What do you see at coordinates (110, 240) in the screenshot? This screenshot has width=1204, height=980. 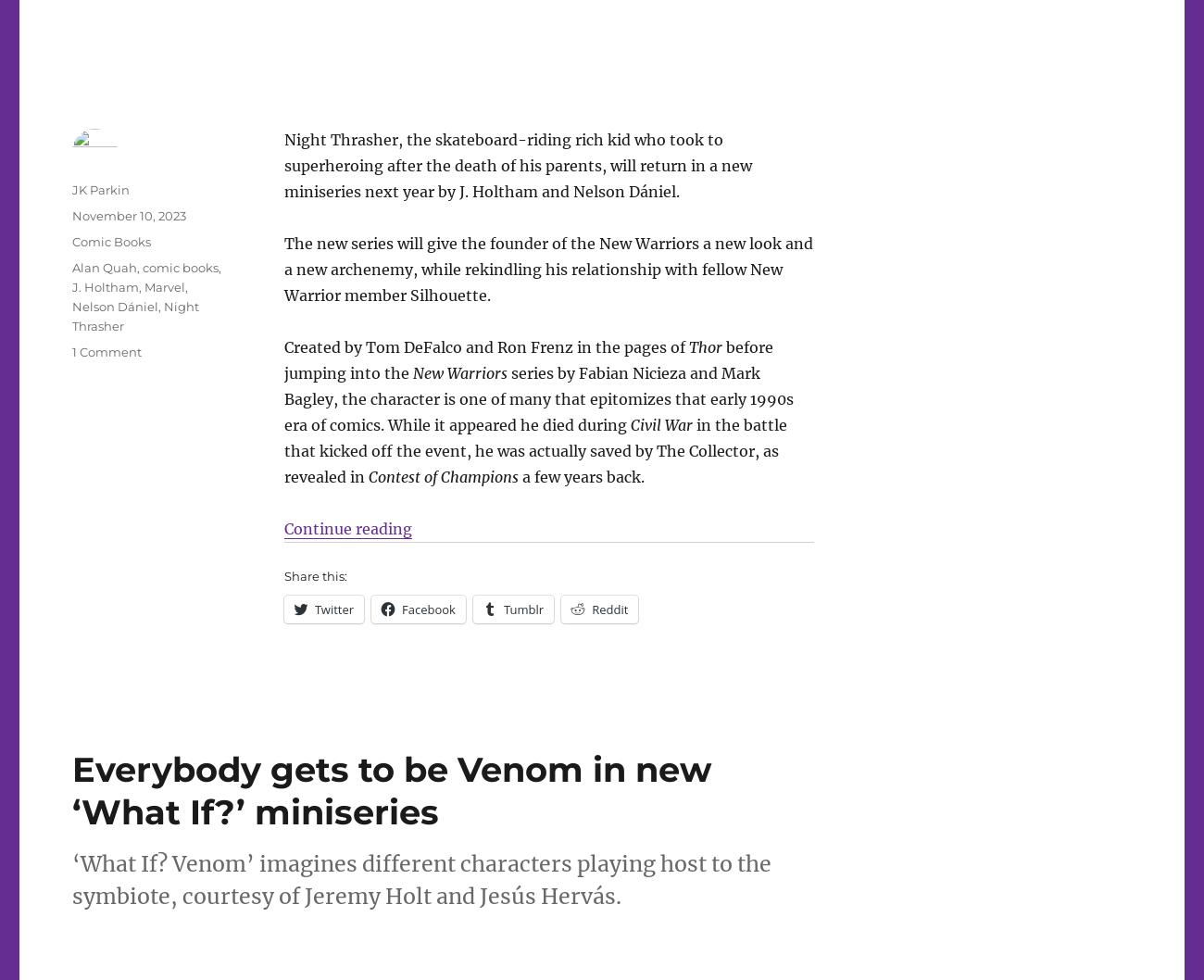 I see `'Comic Books'` at bounding box center [110, 240].